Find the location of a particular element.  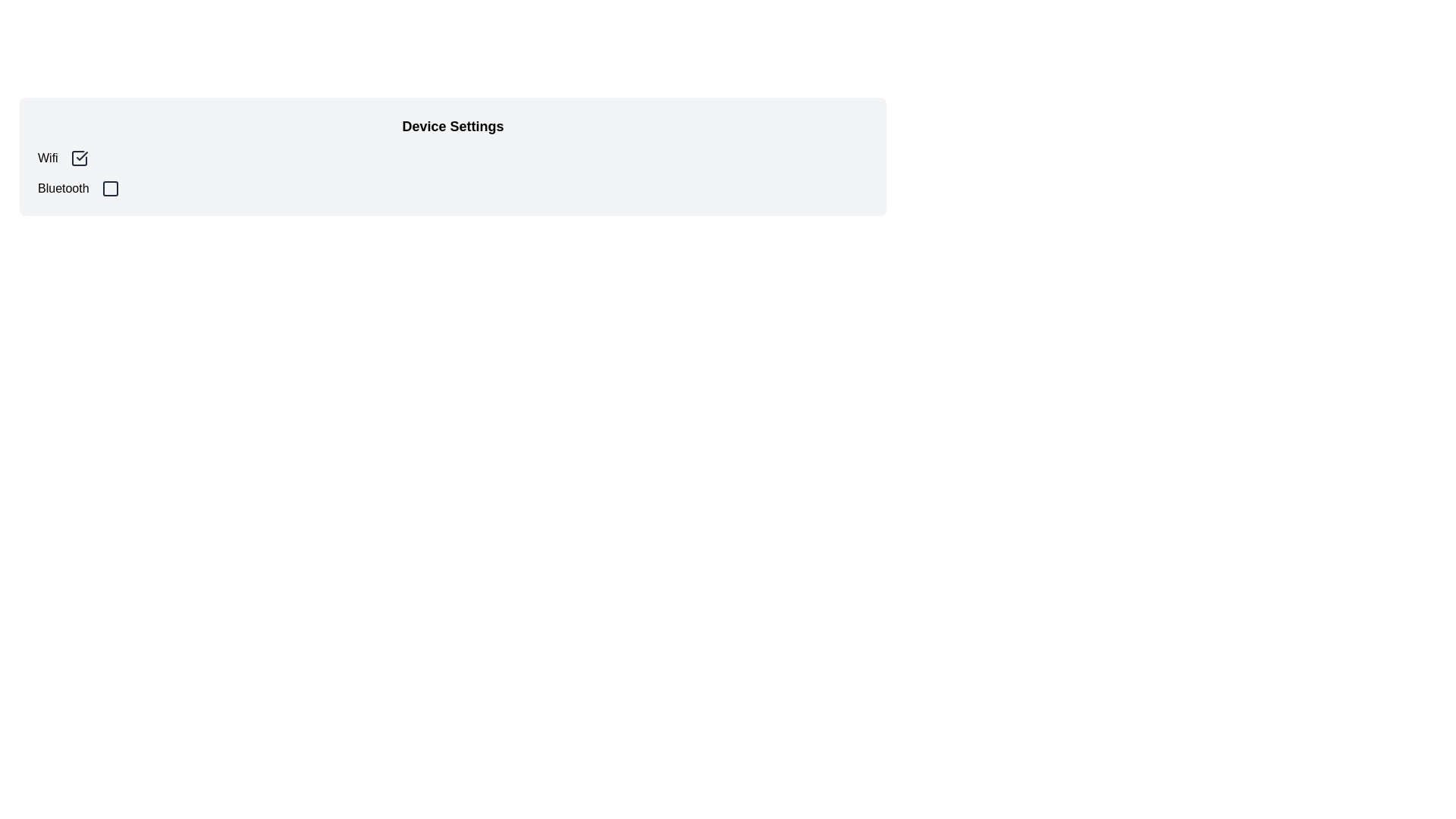

the Bluetooth checkbox located next to the text 'Bluetooth' is located at coordinates (109, 188).